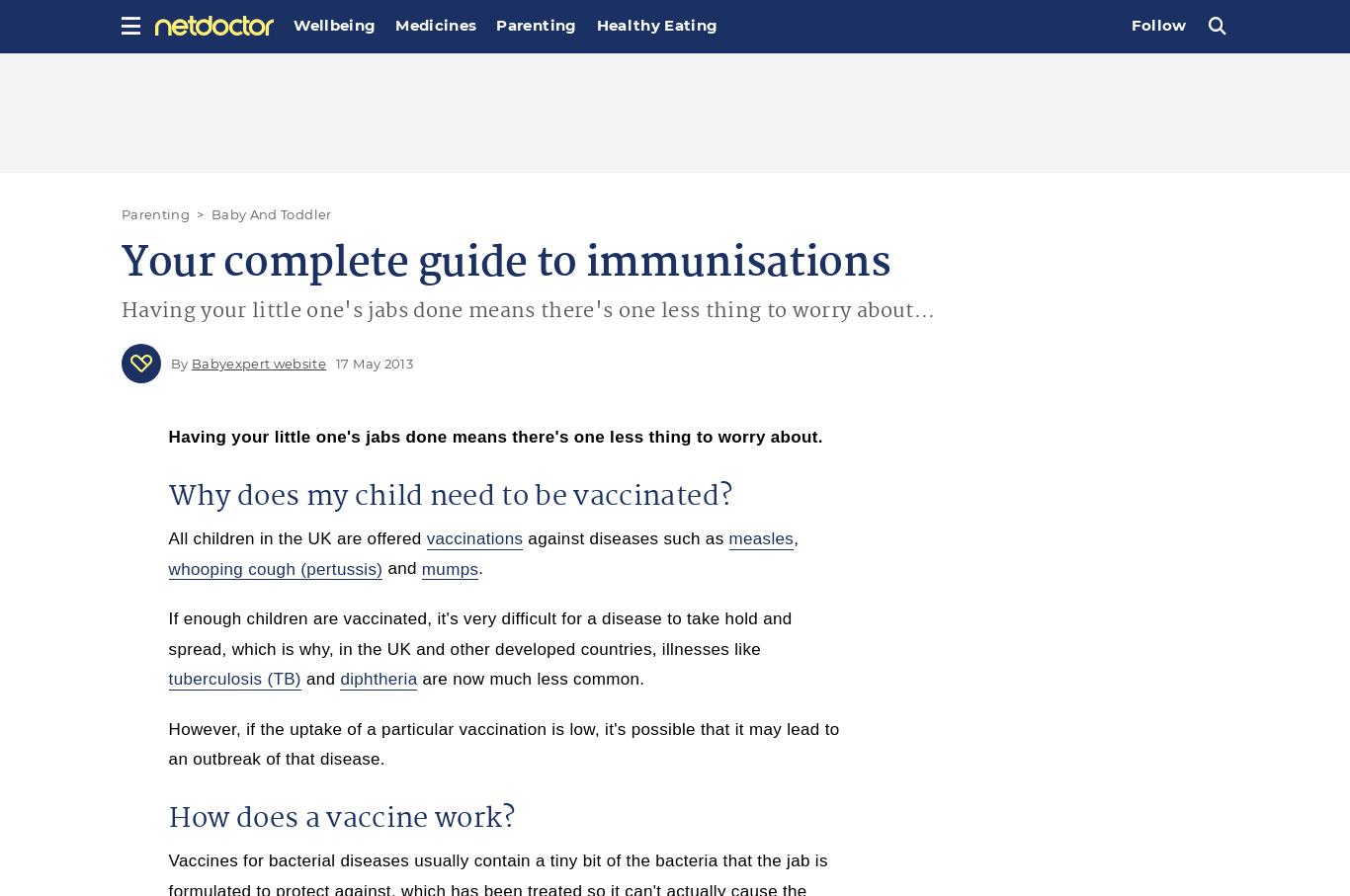  What do you see at coordinates (334, 24) in the screenshot?
I see `'Wellbeing'` at bounding box center [334, 24].